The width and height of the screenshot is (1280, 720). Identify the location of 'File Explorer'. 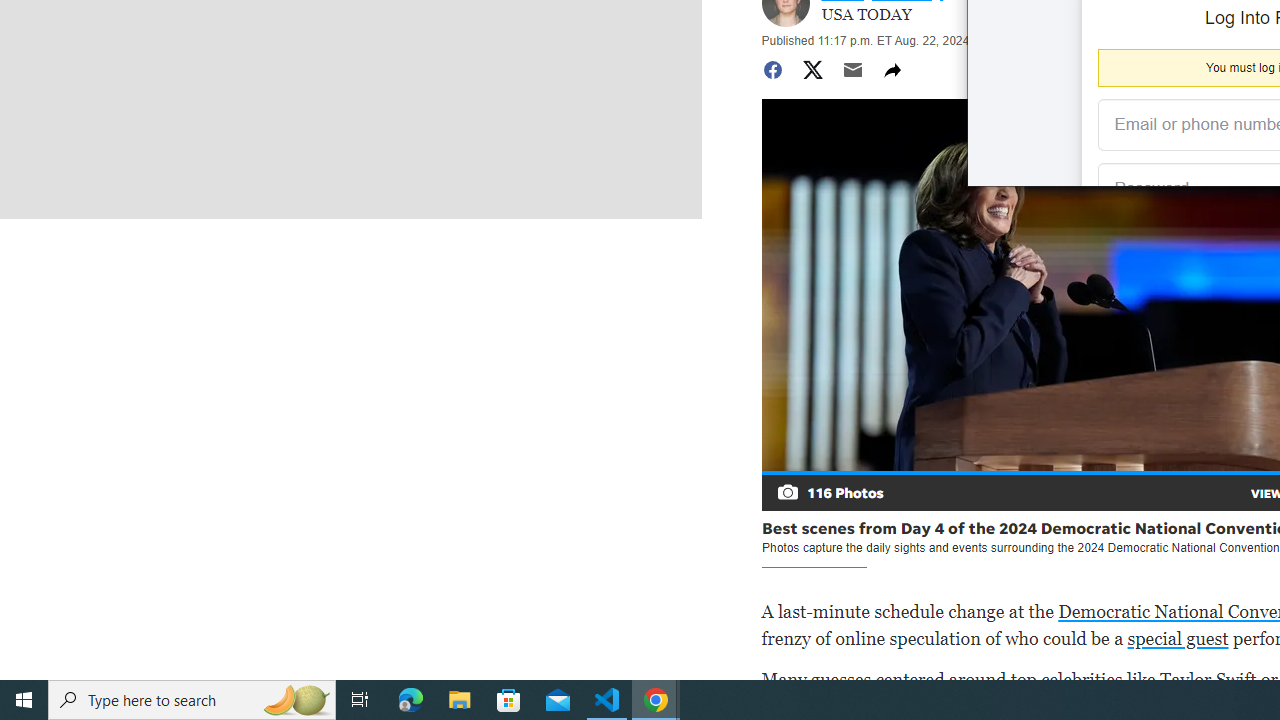
(459, 698).